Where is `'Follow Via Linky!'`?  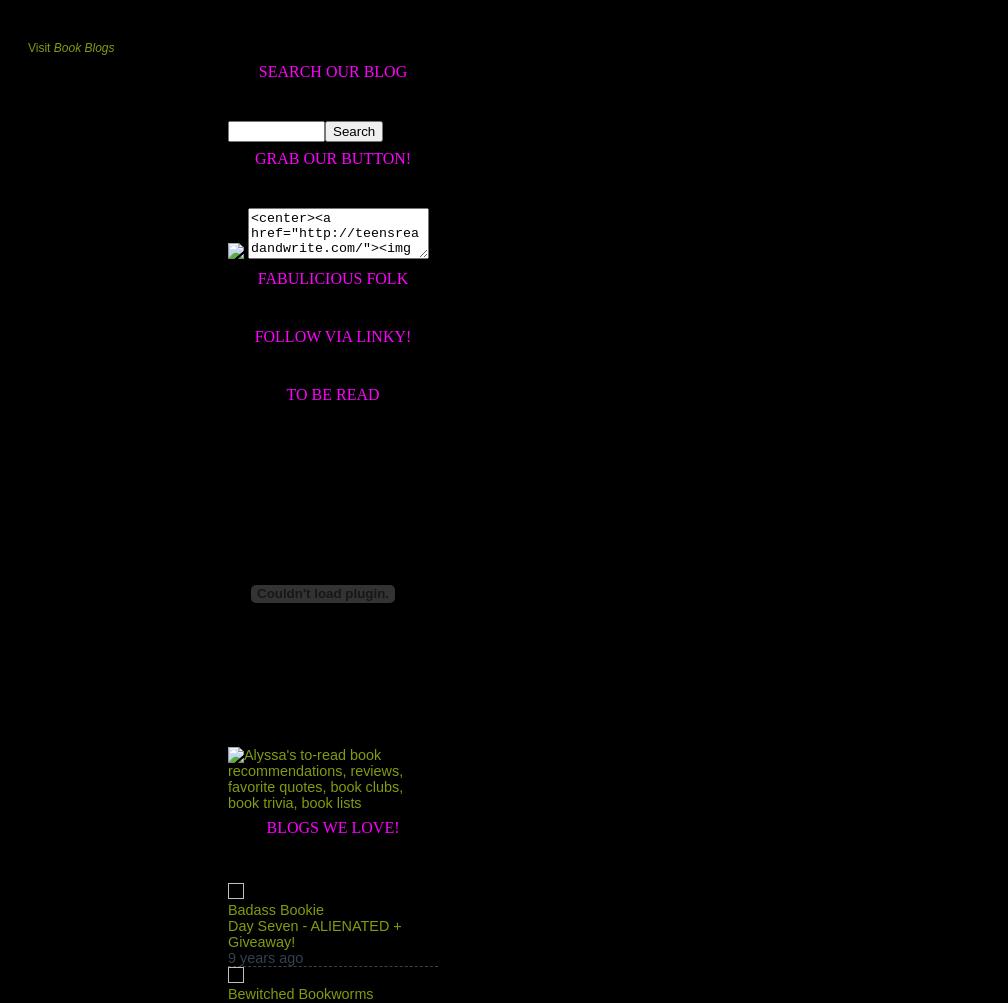 'Follow Via Linky!' is located at coordinates (332, 334).